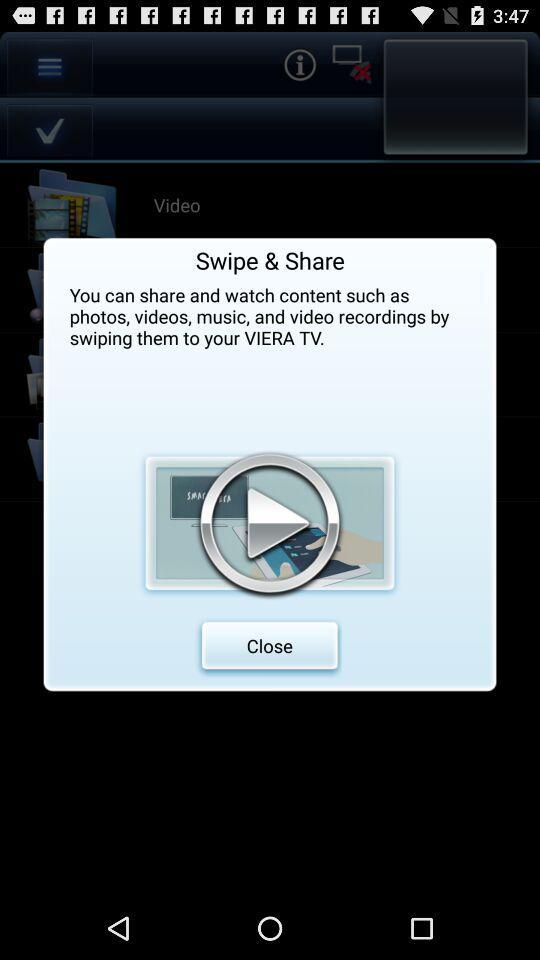 This screenshot has width=540, height=960. Describe the element at coordinates (50, 71) in the screenshot. I see `the menu icon` at that location.